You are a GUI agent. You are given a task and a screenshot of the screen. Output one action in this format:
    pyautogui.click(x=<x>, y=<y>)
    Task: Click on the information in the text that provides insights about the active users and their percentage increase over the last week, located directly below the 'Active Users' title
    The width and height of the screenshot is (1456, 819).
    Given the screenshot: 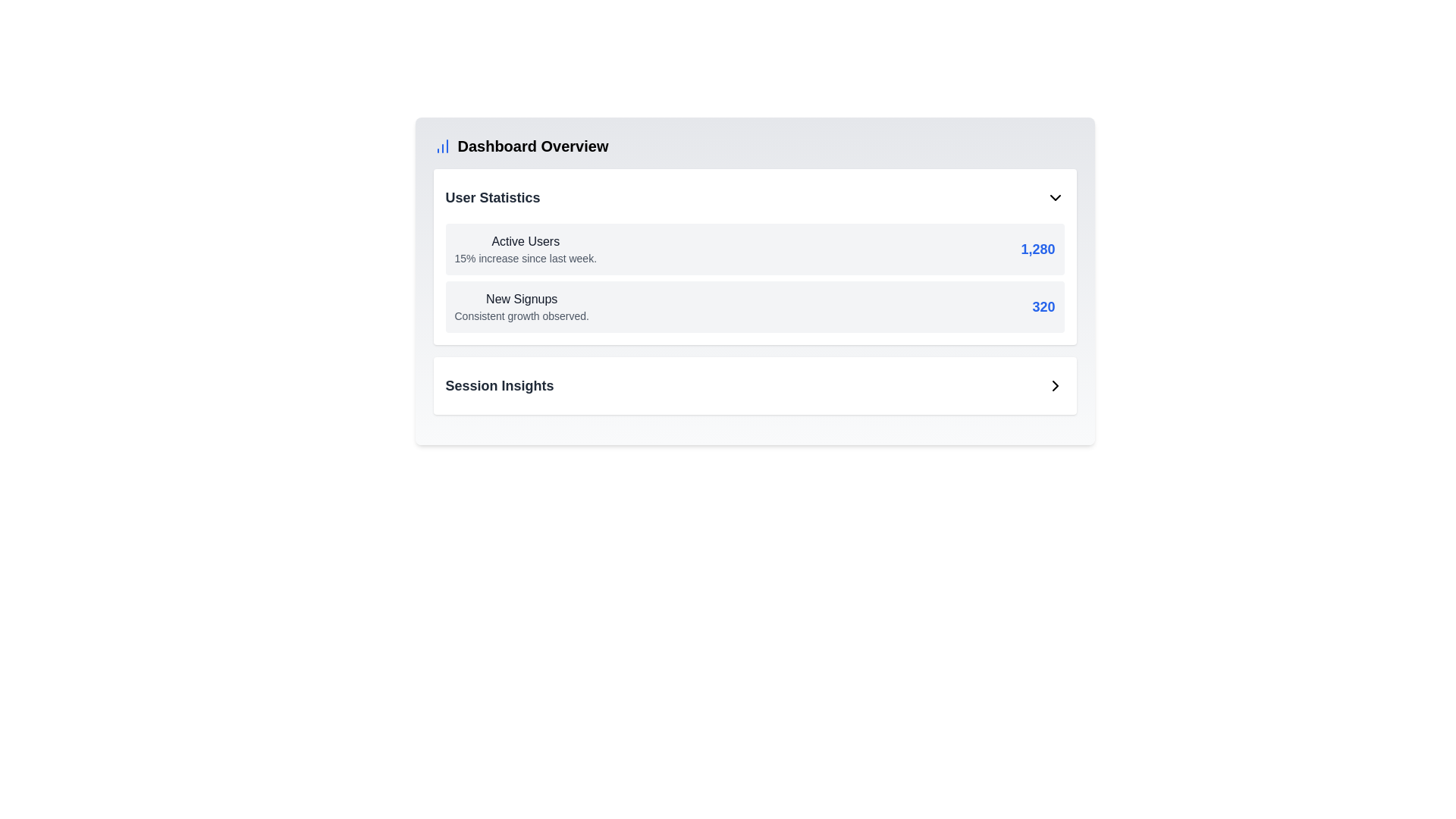 What is the action you would take?
    pyautogui.click(x=526, y=257)
    